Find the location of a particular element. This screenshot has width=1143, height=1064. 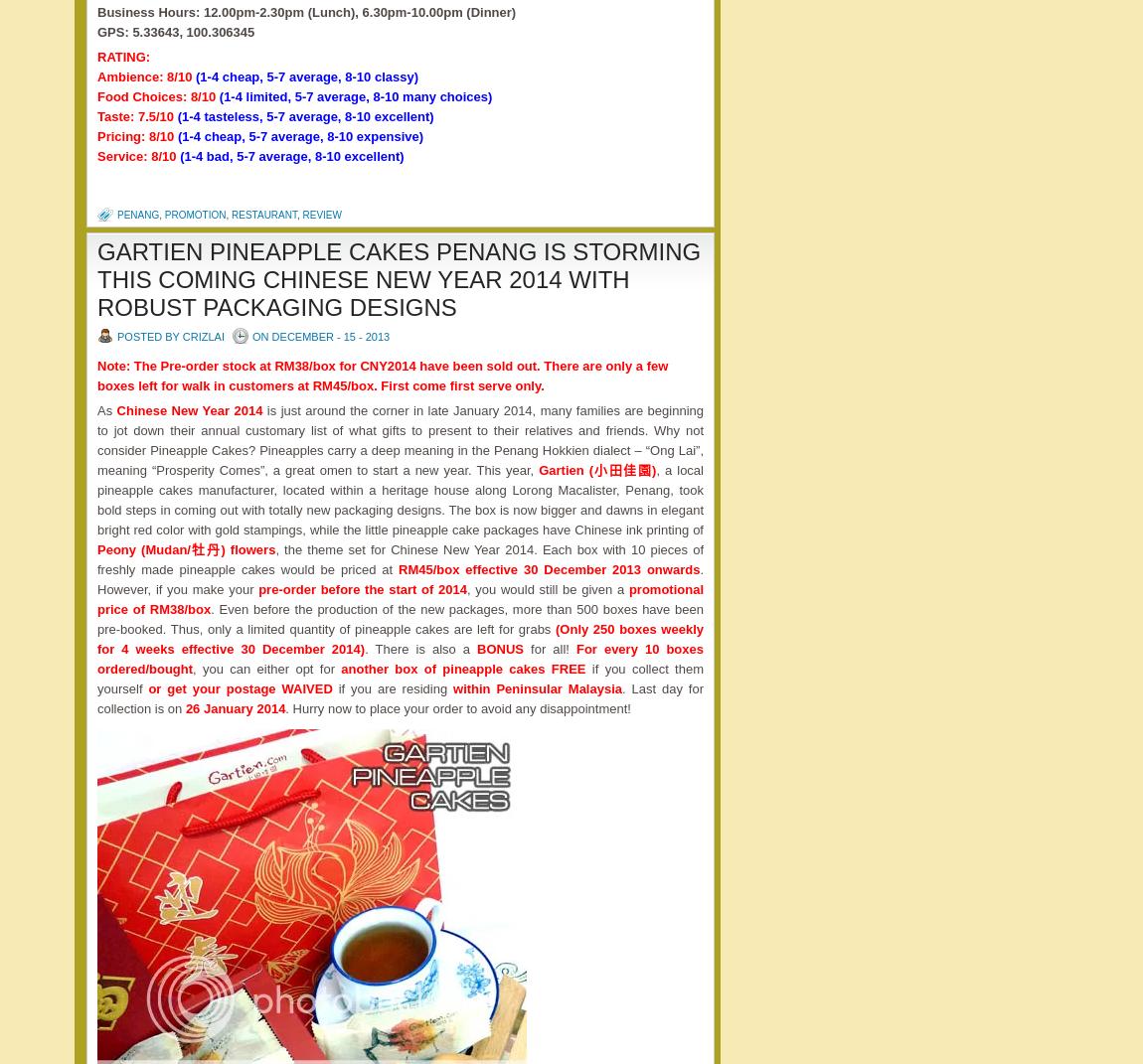

'is just around the corner in late January 2014, many families are beginning to jot down their annual customary list of what gifts to present to their relatives and friends. Why not consider Pineapple Cakes? Pineapples carry a deep meaning in the Penang Hokkien dialect – “Ong Lai”, meaning “Prosperity Comes”, a great omen to start a new year. This year,' is located at coordinates (400, 440).